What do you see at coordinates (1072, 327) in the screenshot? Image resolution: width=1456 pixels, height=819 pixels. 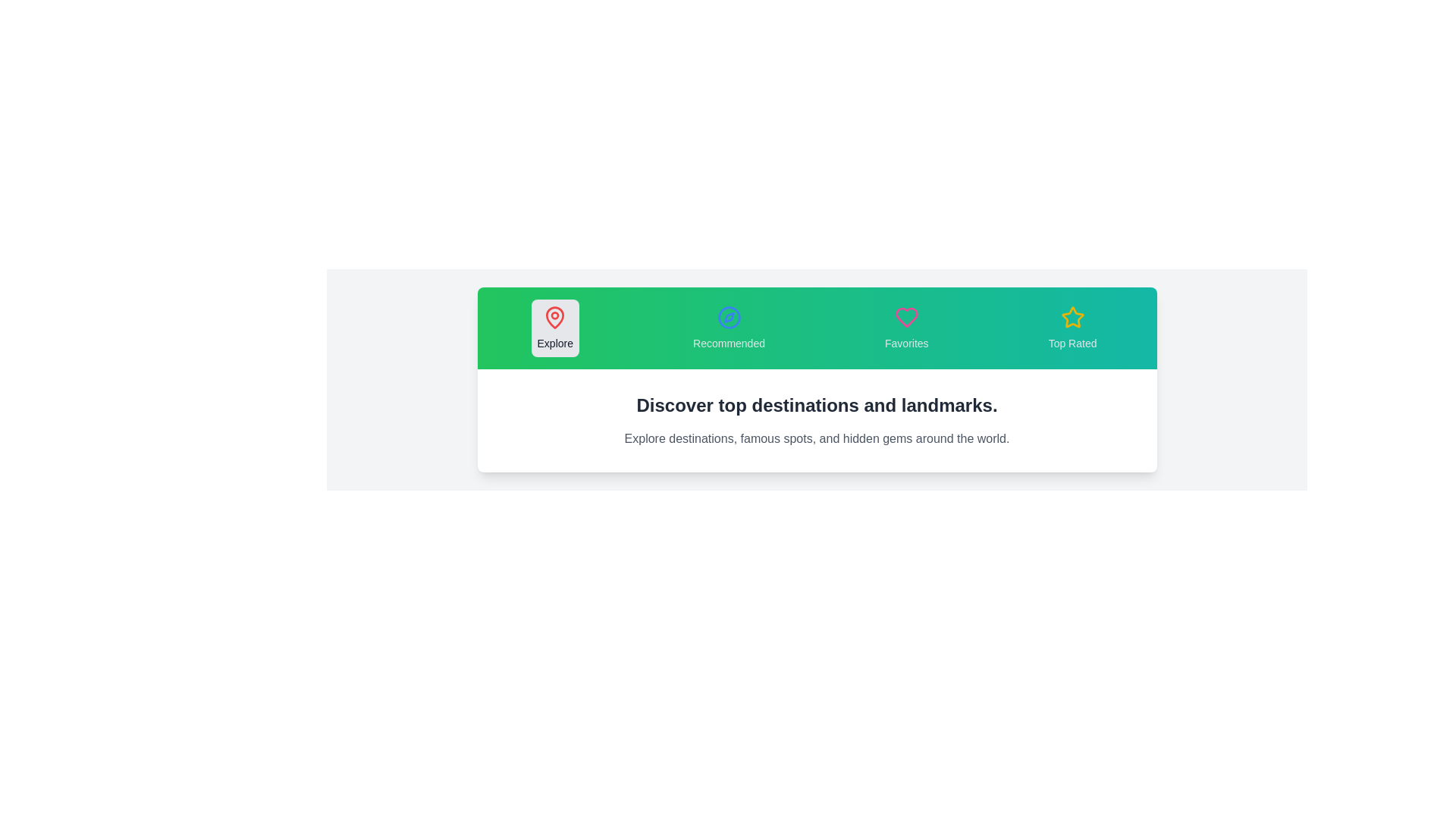 I see `the tab labeled Top Rated to observe its hover effect` at bounding box center [1072, 327].